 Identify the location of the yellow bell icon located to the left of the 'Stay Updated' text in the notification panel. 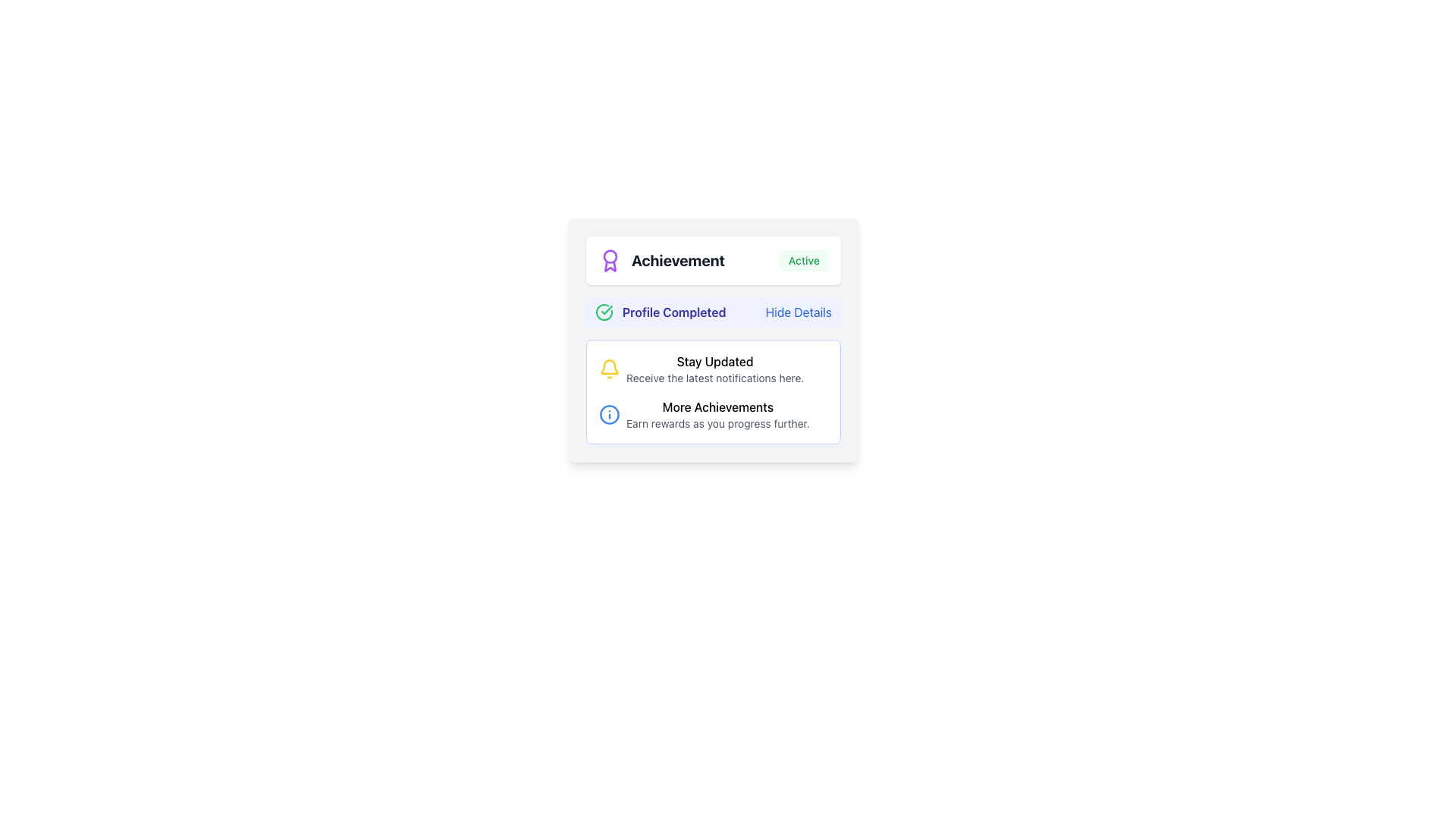
(610, 369).